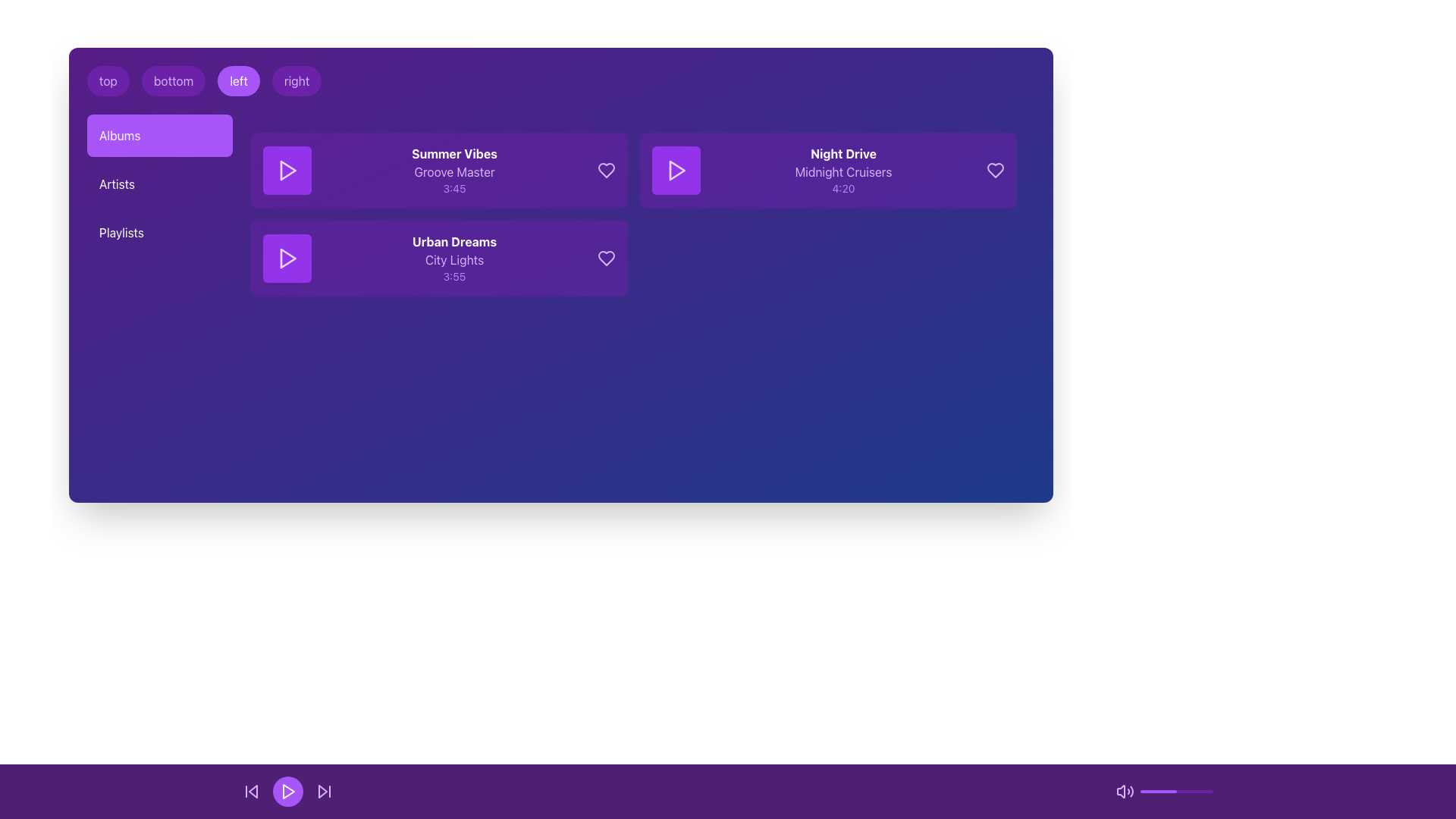  What do you see at coordinates (453, 257) in the screenshot?
I see `the text block that conveys information about the music track titled 'Urban Dreams', including its subtitle 'City Lights' and duration '3:55'` at bounding box center [453, 257].